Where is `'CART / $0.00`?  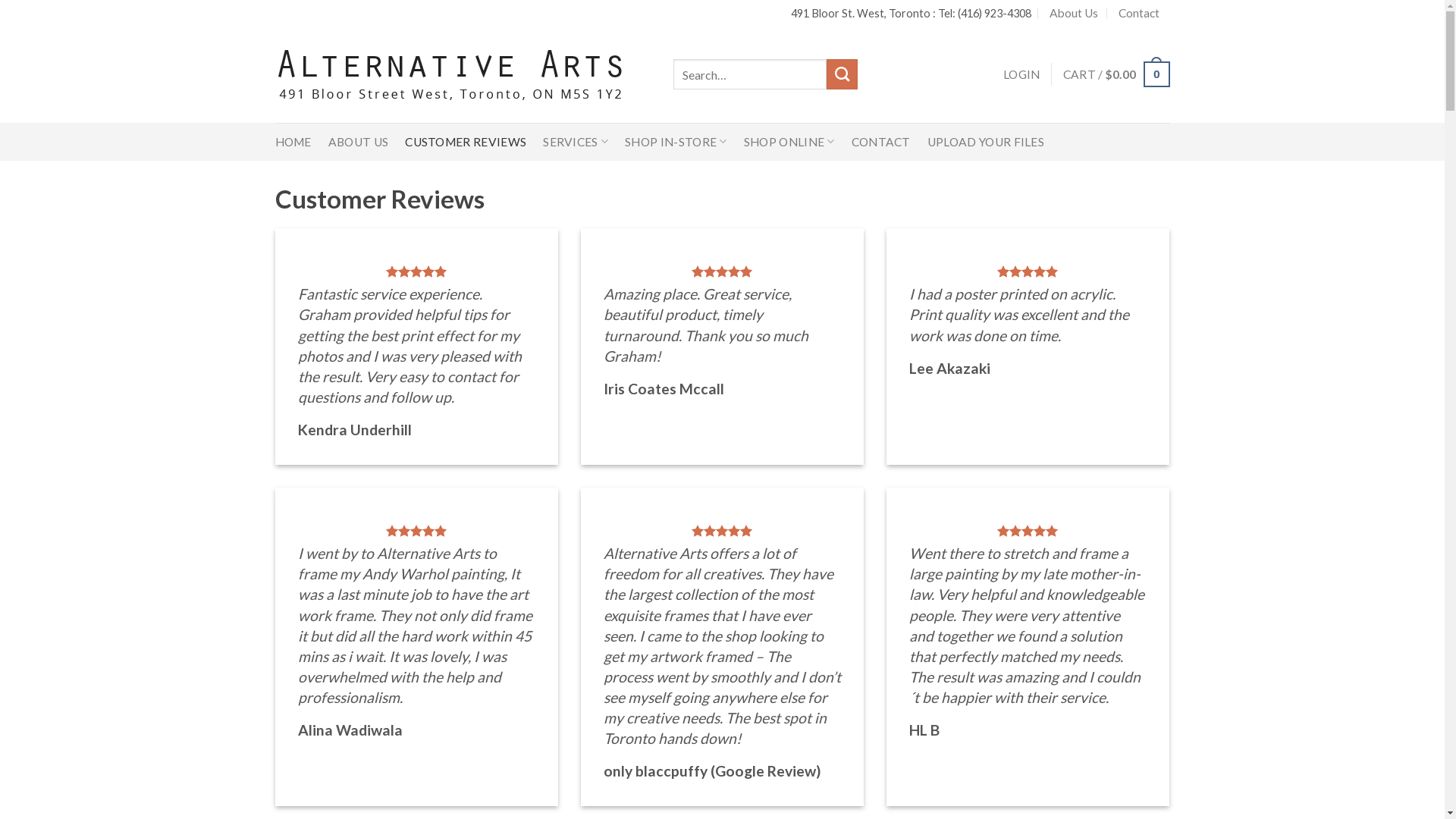
'CART / $0.00 is located at coordinates (1062, 74).